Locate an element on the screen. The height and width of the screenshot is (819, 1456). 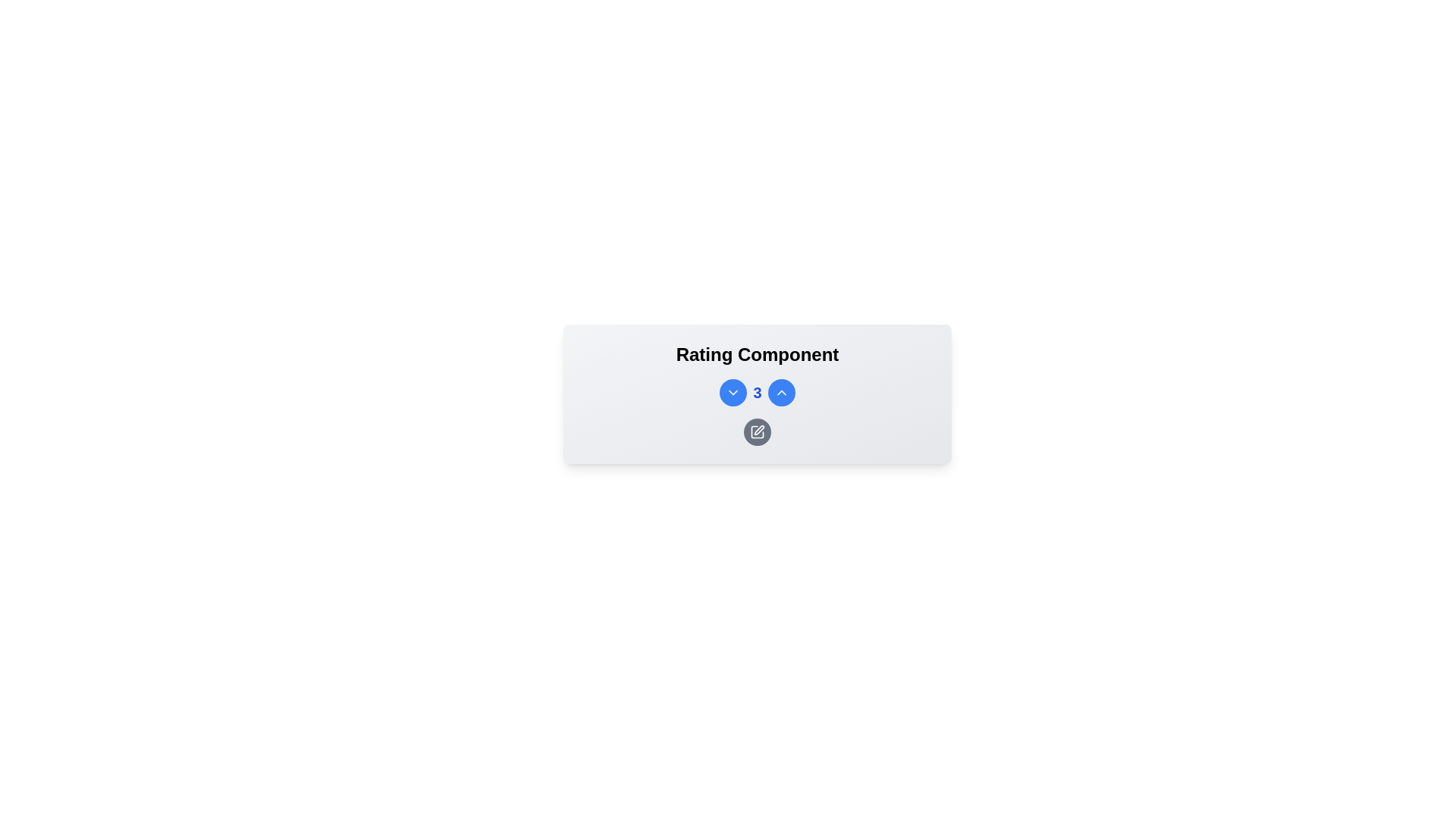
the Icon button that resembles a square with a pen over it is located at coordinates (757, 432).